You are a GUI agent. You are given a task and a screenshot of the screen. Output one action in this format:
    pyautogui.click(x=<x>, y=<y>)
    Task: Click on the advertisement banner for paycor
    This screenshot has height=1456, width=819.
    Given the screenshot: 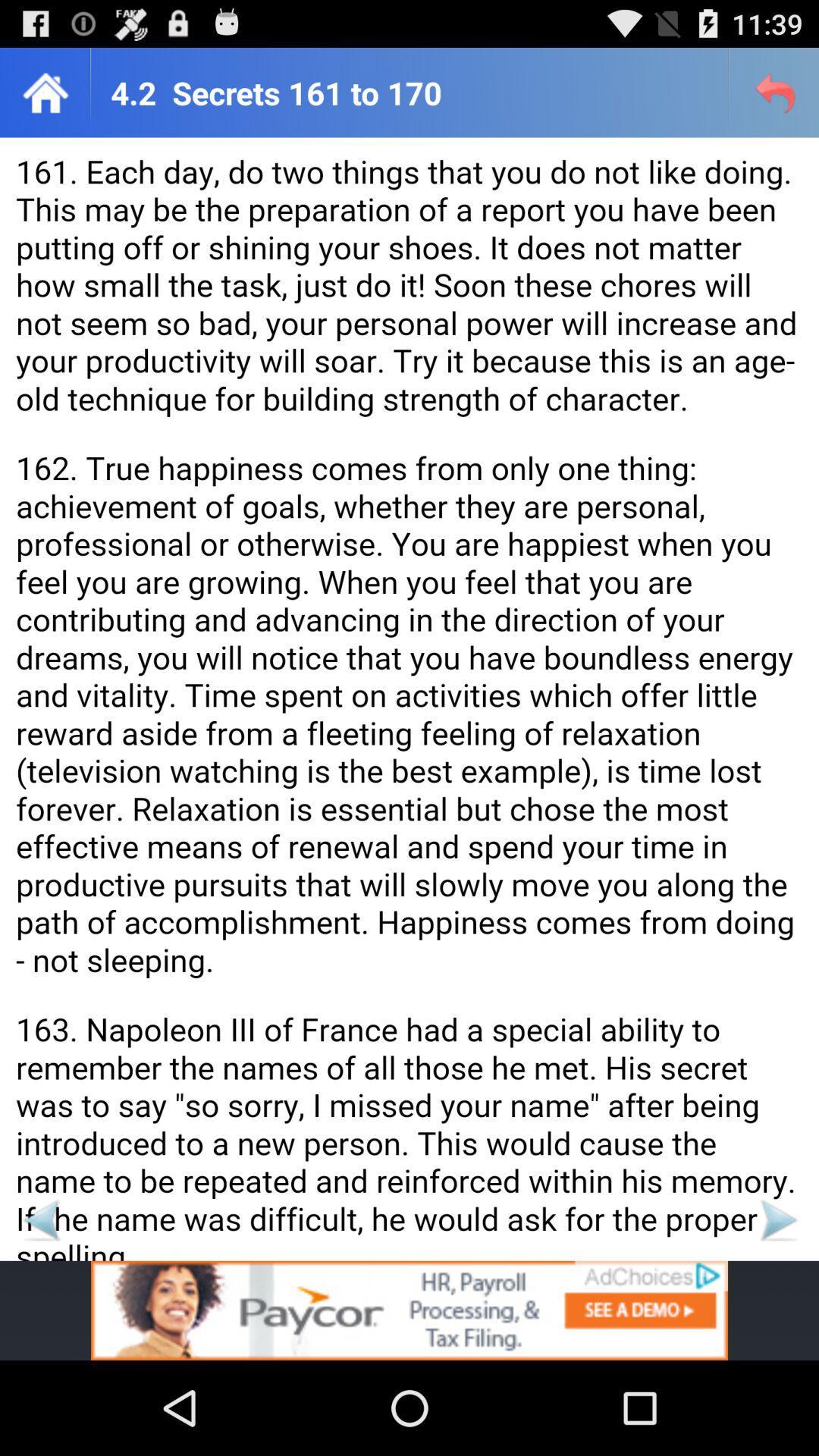 What is the action you would take?
    pyautogui.click(x=409, y=1310)
    